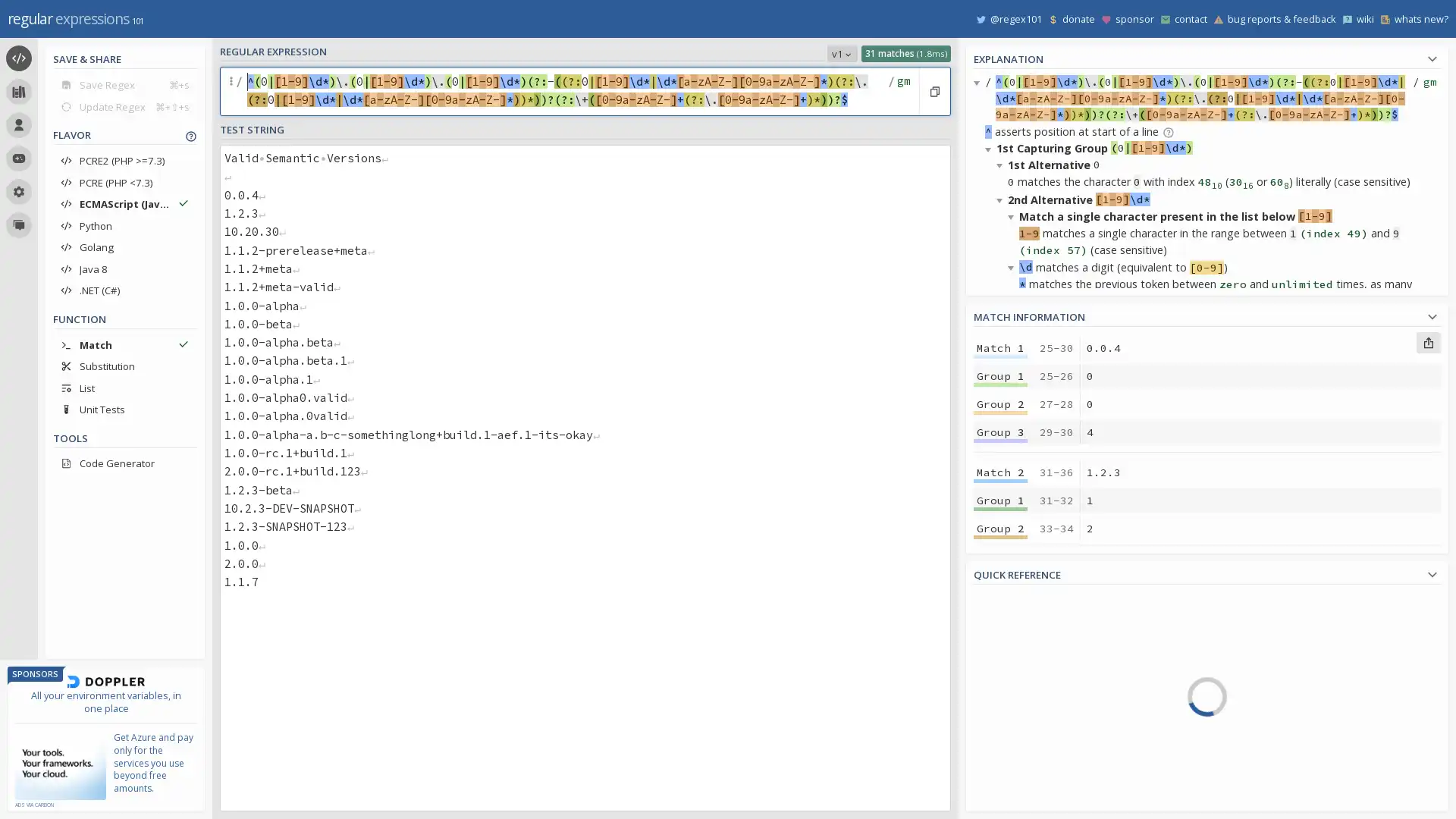  Describe the element at coordinates (1282, 794) in the screenshot. I see `Any digit \d` at that location.